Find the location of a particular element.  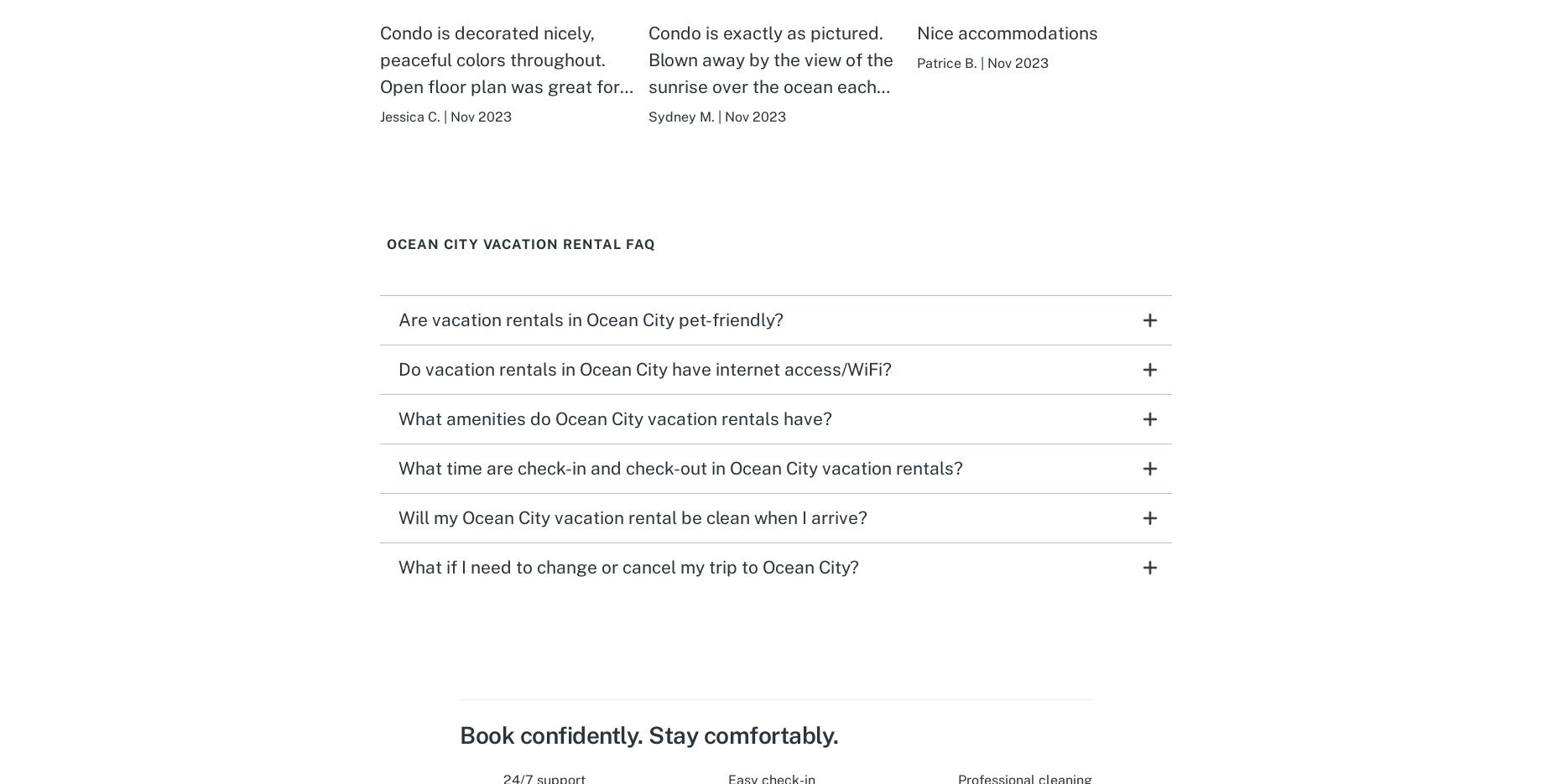

'Book confidently. Stay comfortably.' is located at coordinates (459, 733).